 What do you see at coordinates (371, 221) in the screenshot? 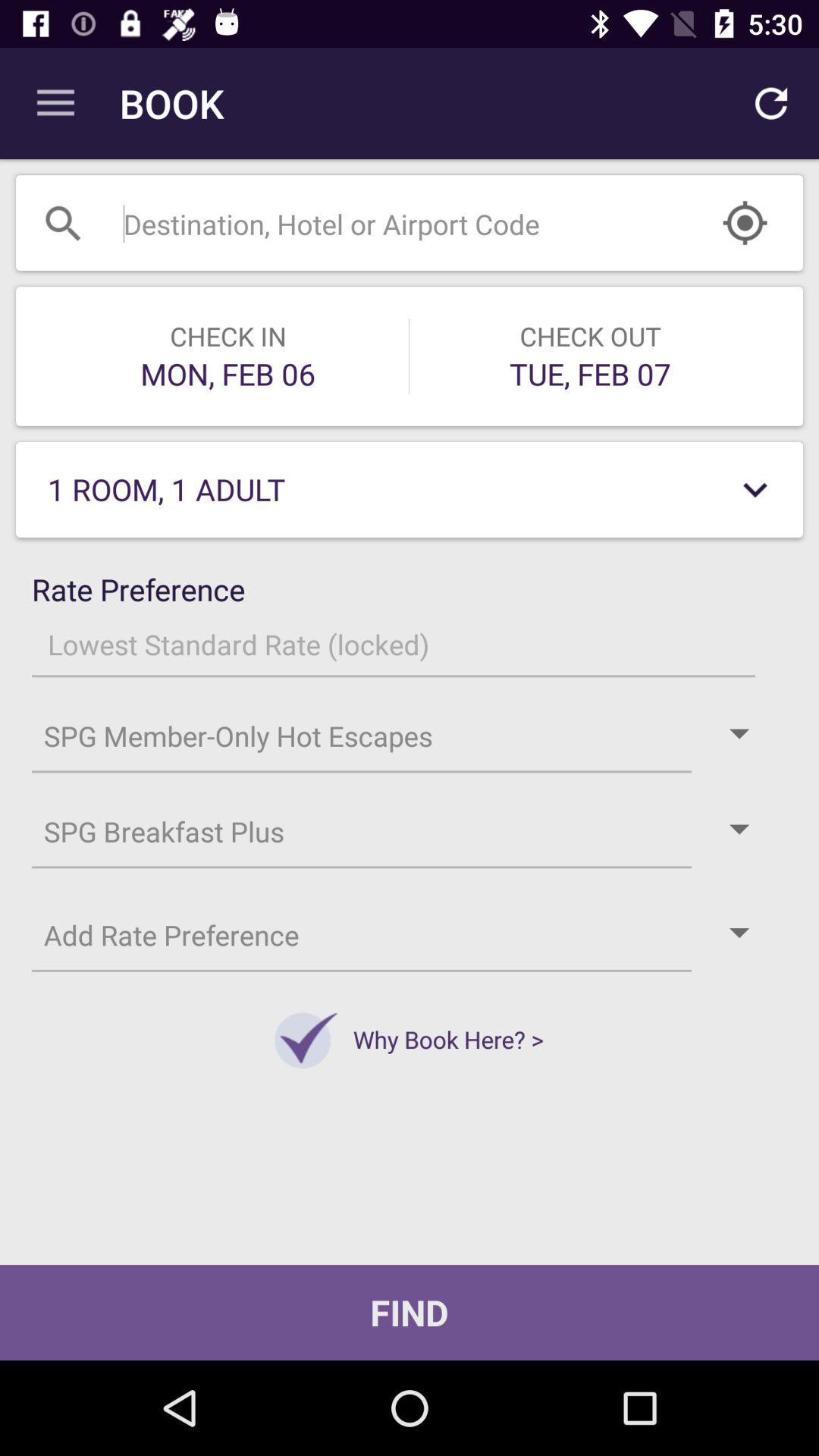
I see `text box for hotel airport or city name` at bounding box center [371, 221].